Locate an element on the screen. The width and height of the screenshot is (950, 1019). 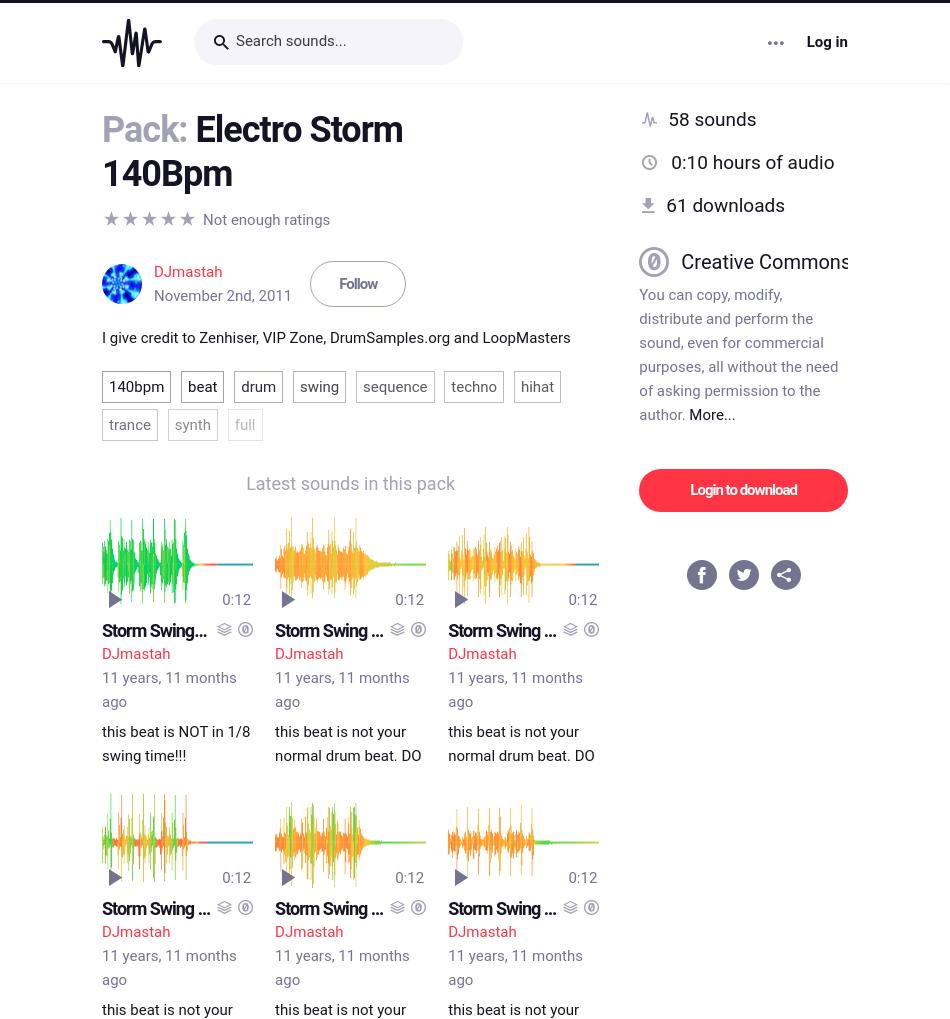
'Latest sounds in this pack' is located at coordinates (349, 479).